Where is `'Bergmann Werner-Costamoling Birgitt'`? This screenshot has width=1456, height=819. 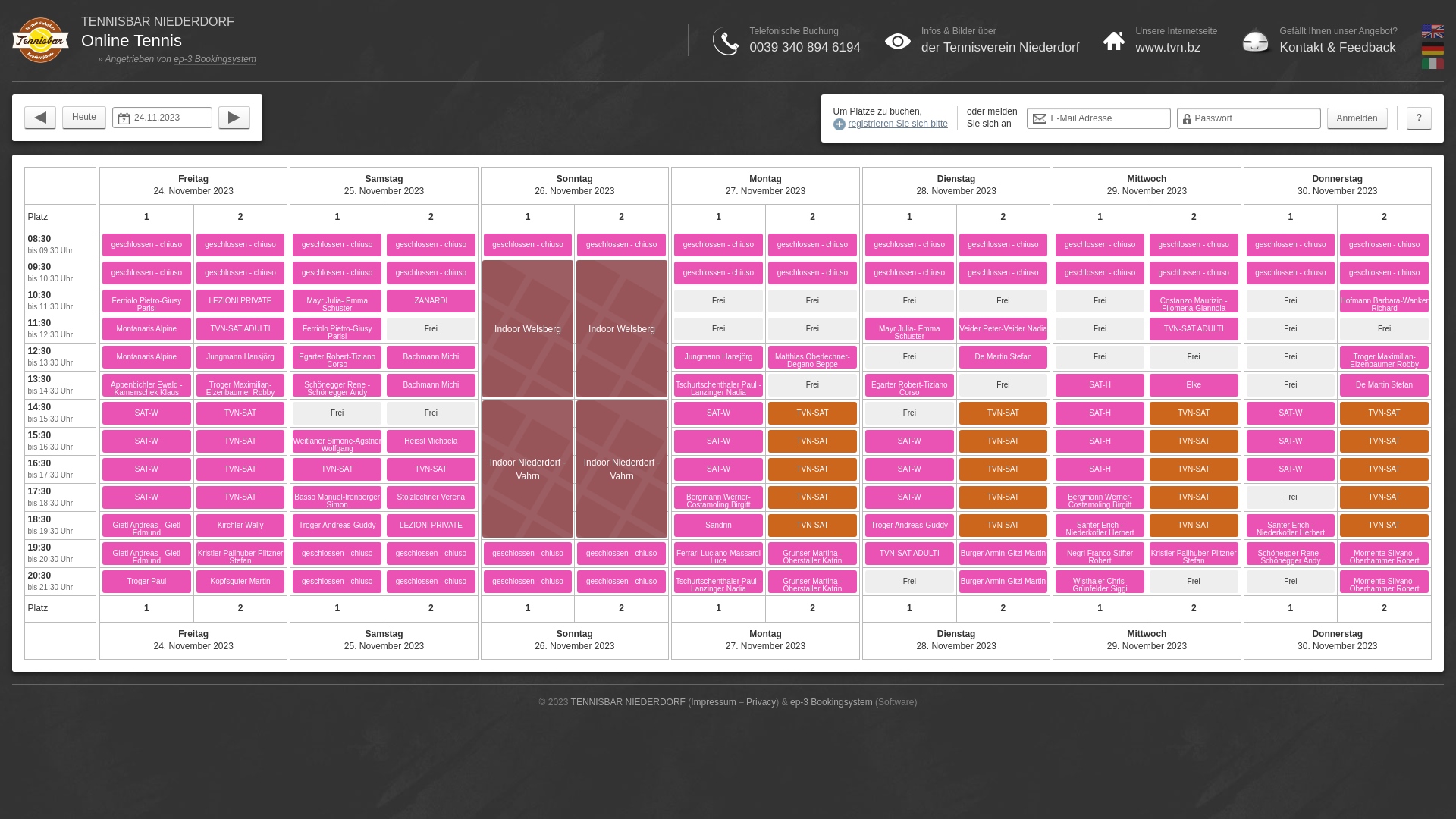 'Bergmann Werner-Costamoling Birgitt' is located at coordinates (1100, 497).